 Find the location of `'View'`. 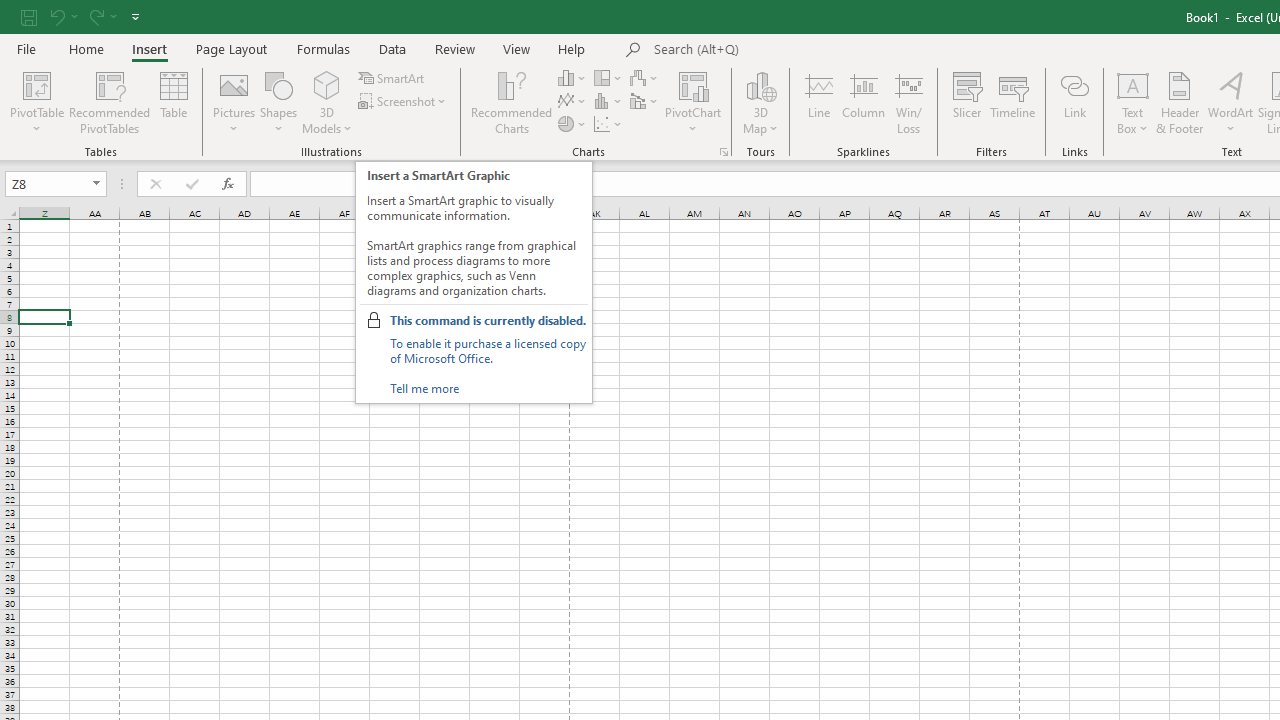

'View' is located at coordinates (517, 48).